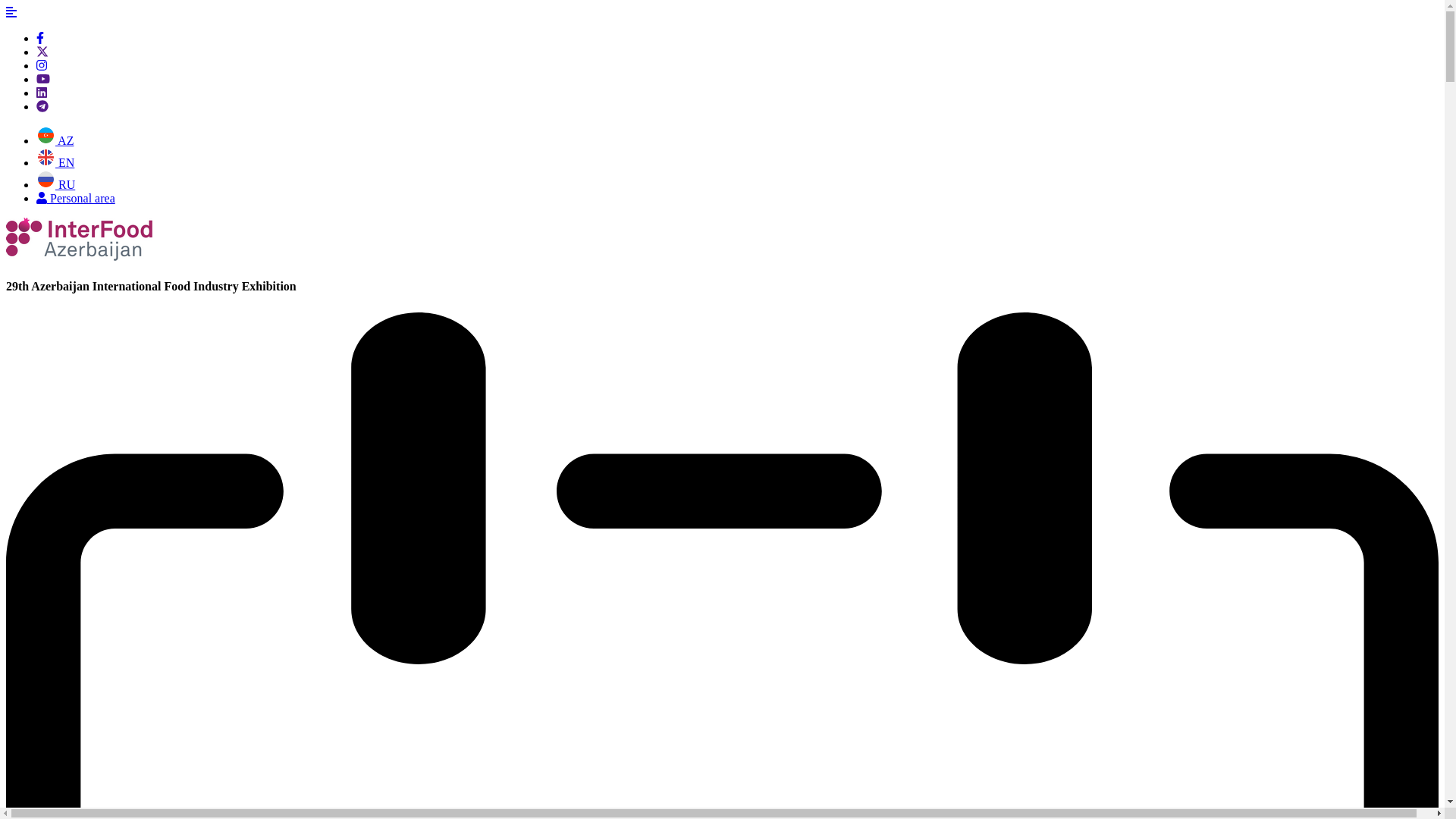 This screenshot has height=819, width=1456. Describe the element at coordinates (55, 162) in the screenshot. I see `'EN'` at that location.